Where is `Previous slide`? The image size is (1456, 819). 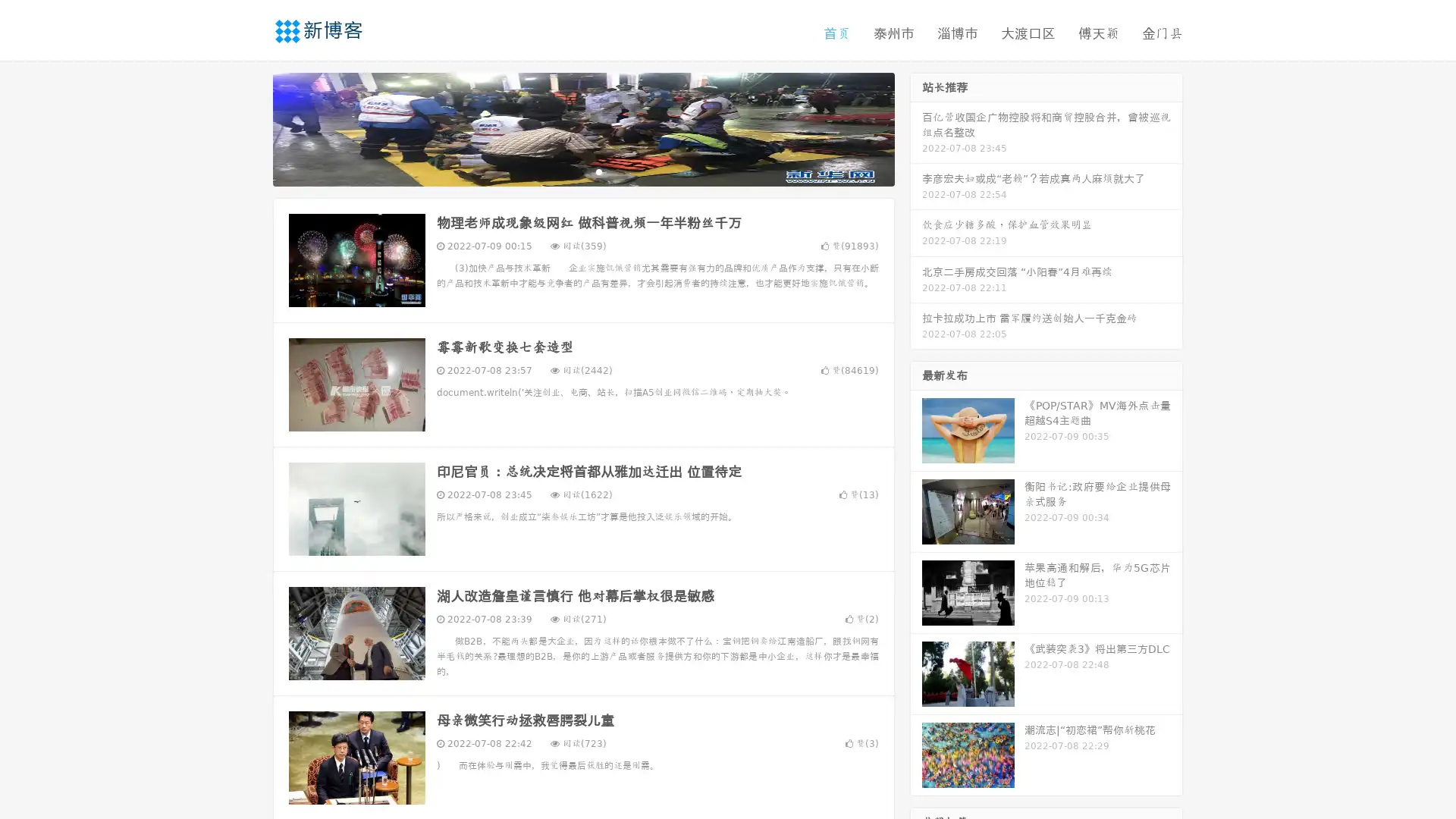 Previous slide is located at coordinates (250, 127).